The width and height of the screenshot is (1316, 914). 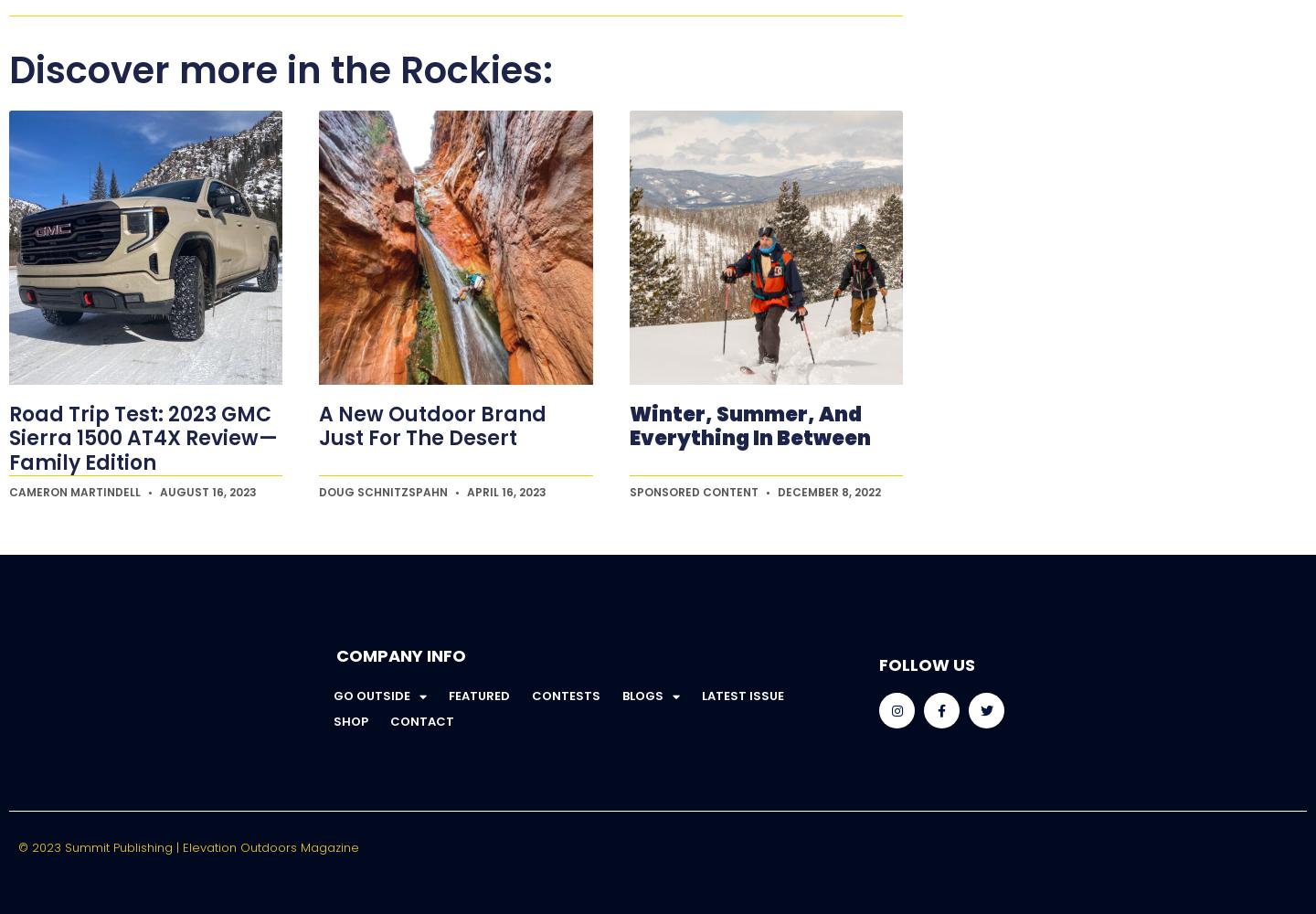 What do you see at coordinates (432, 425) in the screenshot?
I see `'A New Outdoor Brand Just for the Desert'` at bounding box center [432, 425].